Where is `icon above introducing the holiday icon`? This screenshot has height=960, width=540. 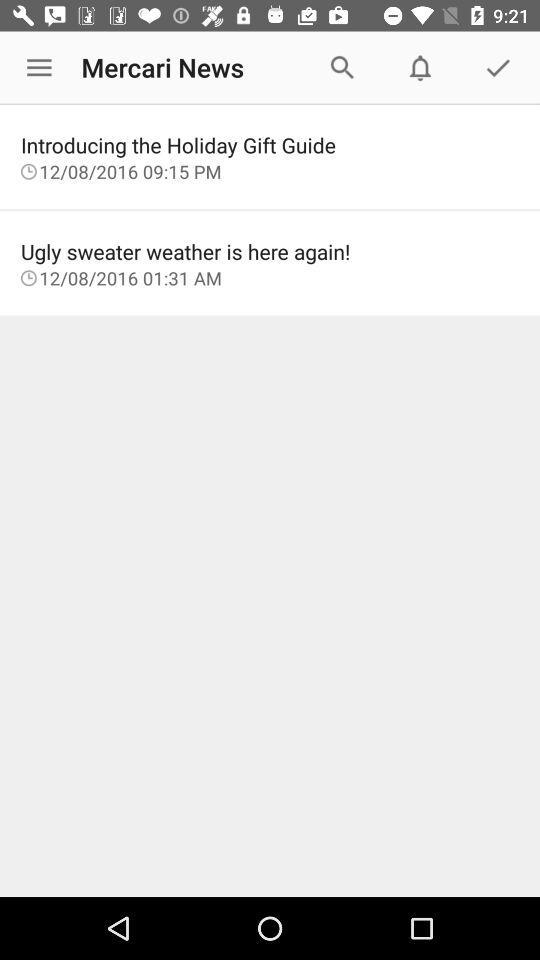 icon above introducing the holiday icon is located at coordinates (39, 68).